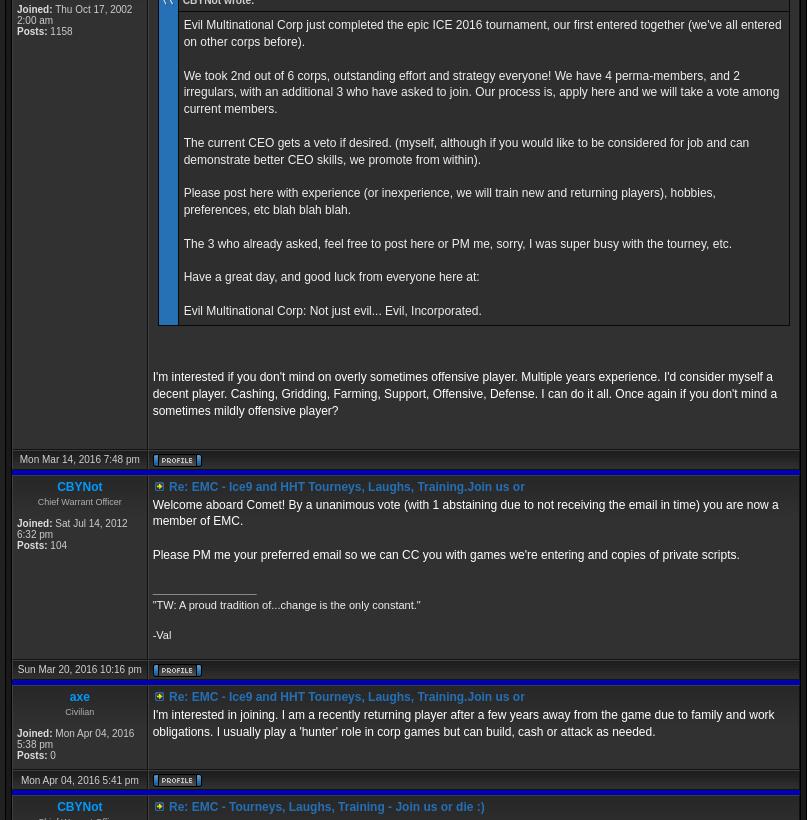 This screenshot has height=820, width=807. Describe the element at coordinates (151, 721) in the screenshot. I see `'I'm interested in joining.  I am a recently returning player after a few years away from the game due to family and work obligations.  I usually play a 'hunter' role in corp games but can build, cash or attack as needed.'` at that location.